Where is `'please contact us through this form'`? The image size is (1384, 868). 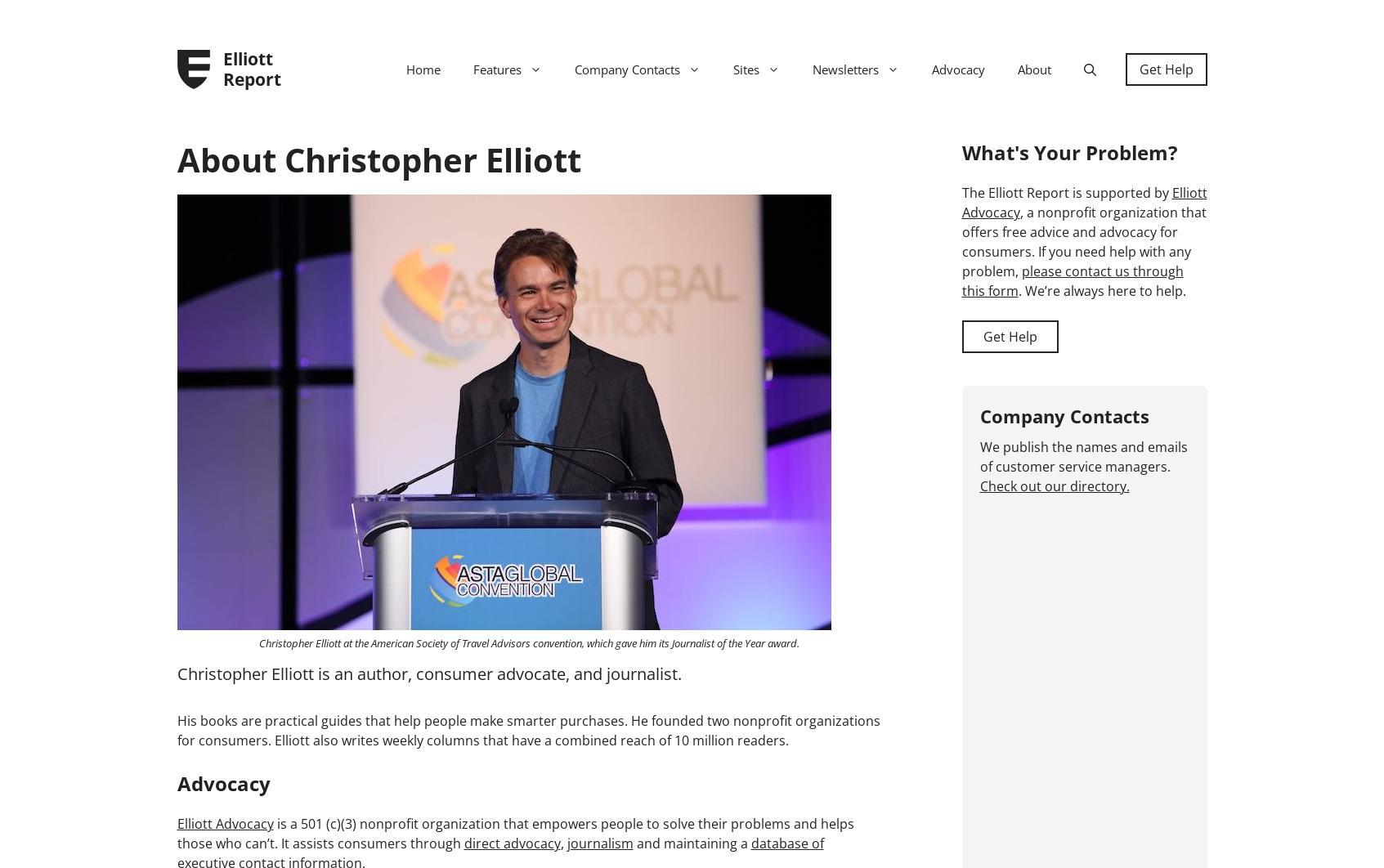
'please contact us through this form' is located at coordinates (1071, 280).